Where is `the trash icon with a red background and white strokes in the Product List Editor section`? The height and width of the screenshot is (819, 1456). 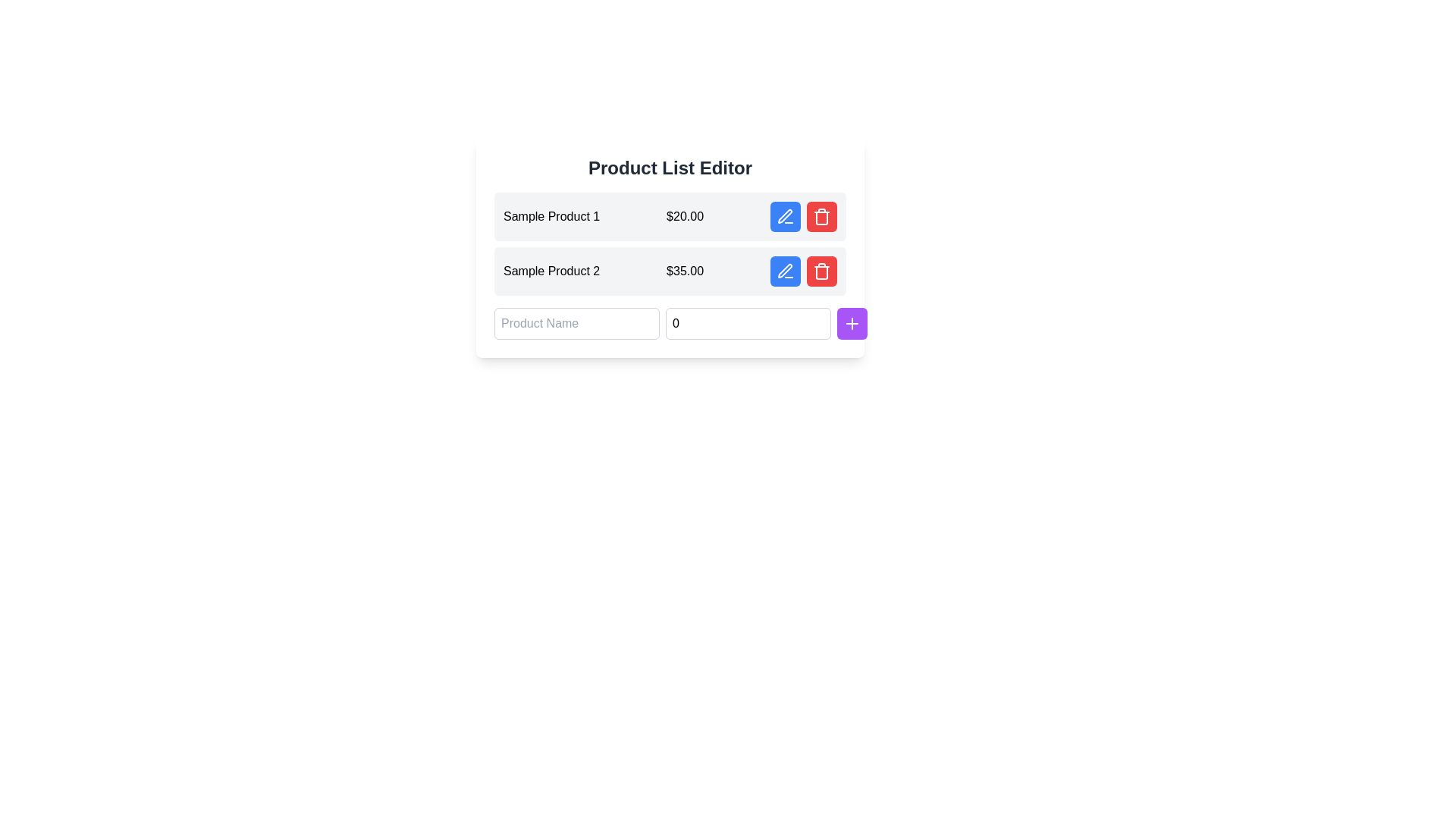
the trash icon with a red background and white strokes in the Product List Editor section is located at coordinates (821, 271).